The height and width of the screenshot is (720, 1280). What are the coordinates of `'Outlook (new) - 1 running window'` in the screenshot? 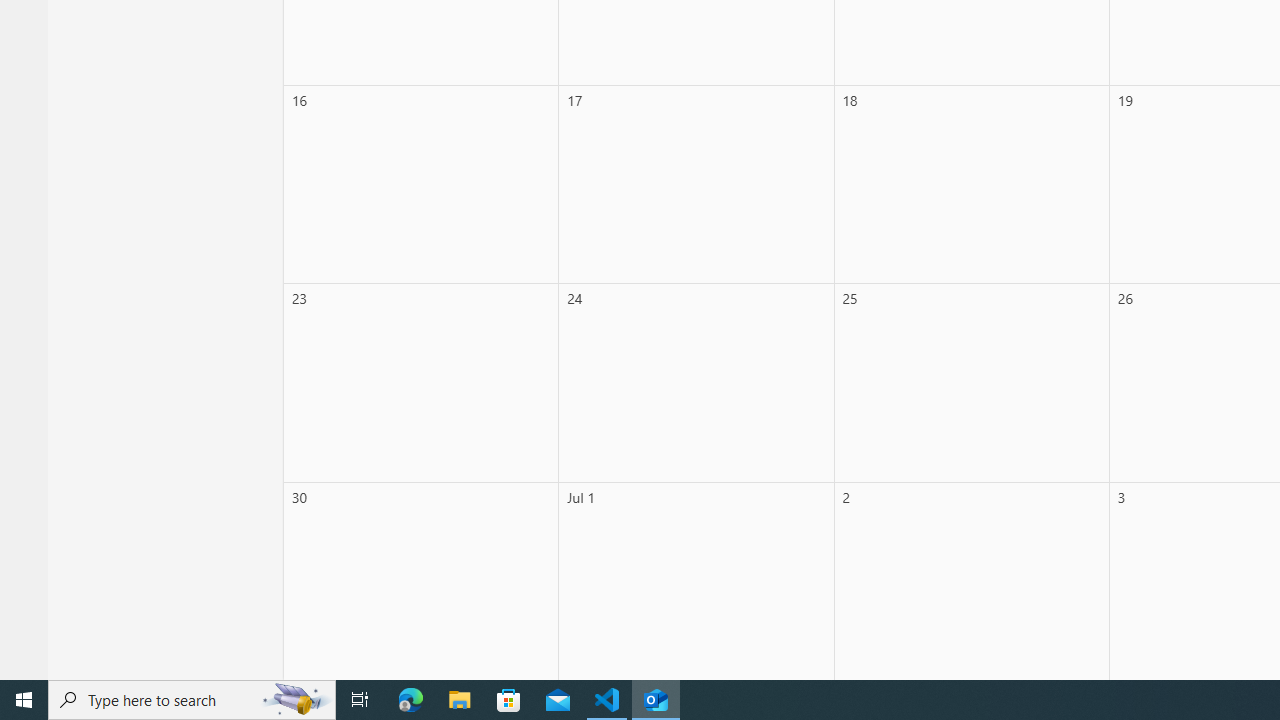 It's located at (656, 698).